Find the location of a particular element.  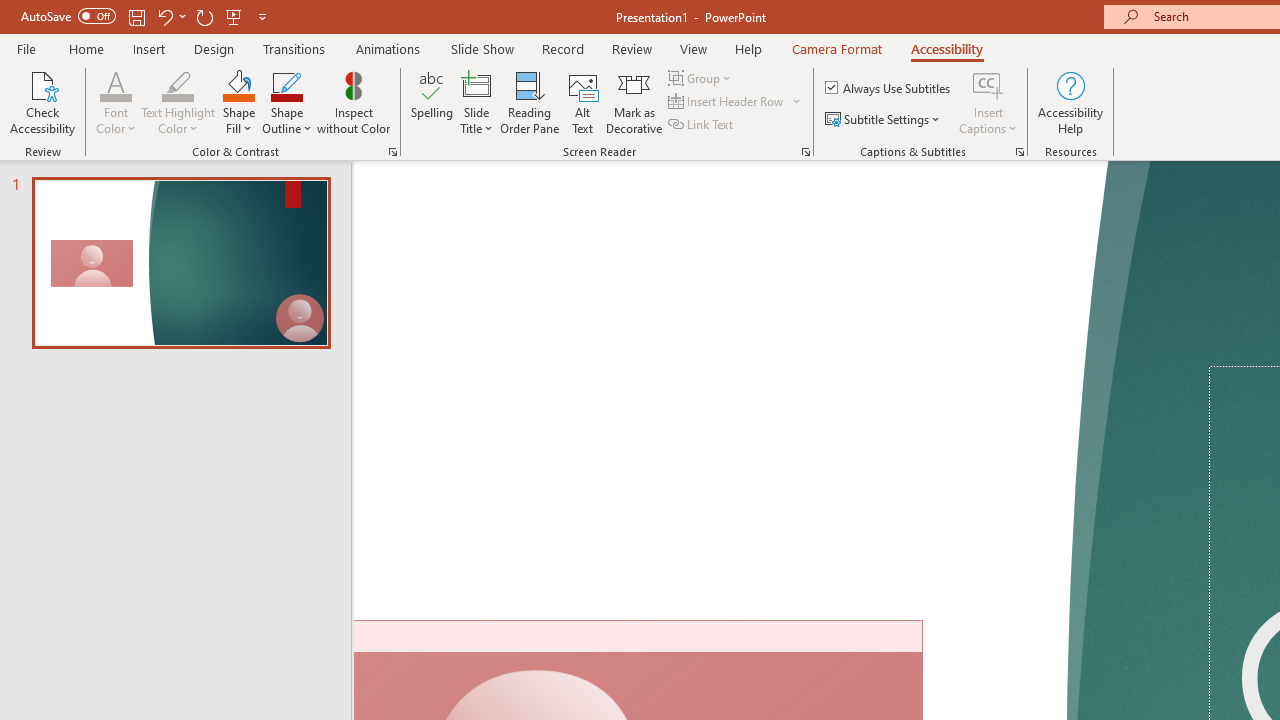

'Always Use Subtitles' is located at coordinates (888, 86).